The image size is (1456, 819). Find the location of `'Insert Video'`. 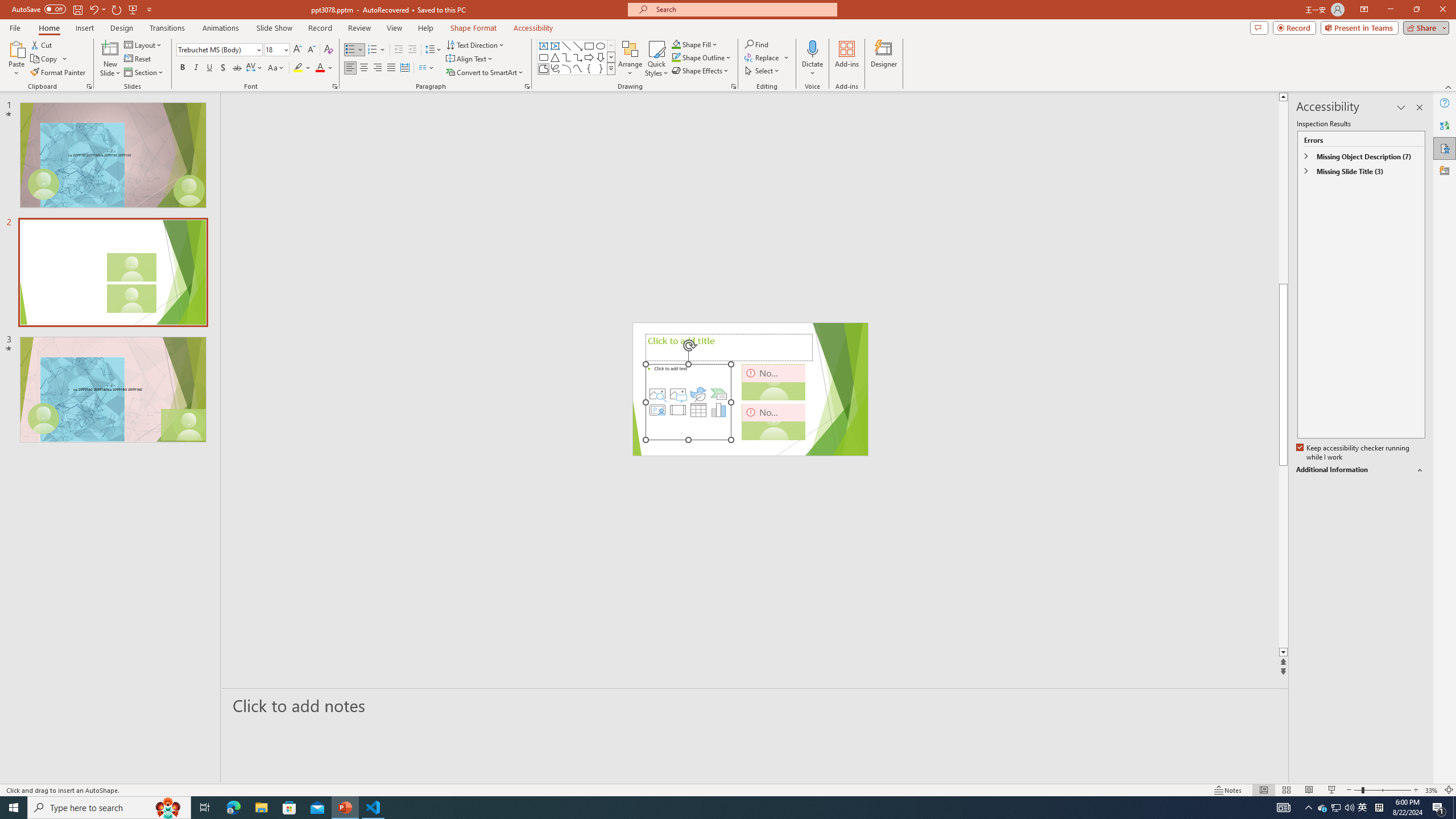

'Insert Video' is located at coordinates (677, 409).